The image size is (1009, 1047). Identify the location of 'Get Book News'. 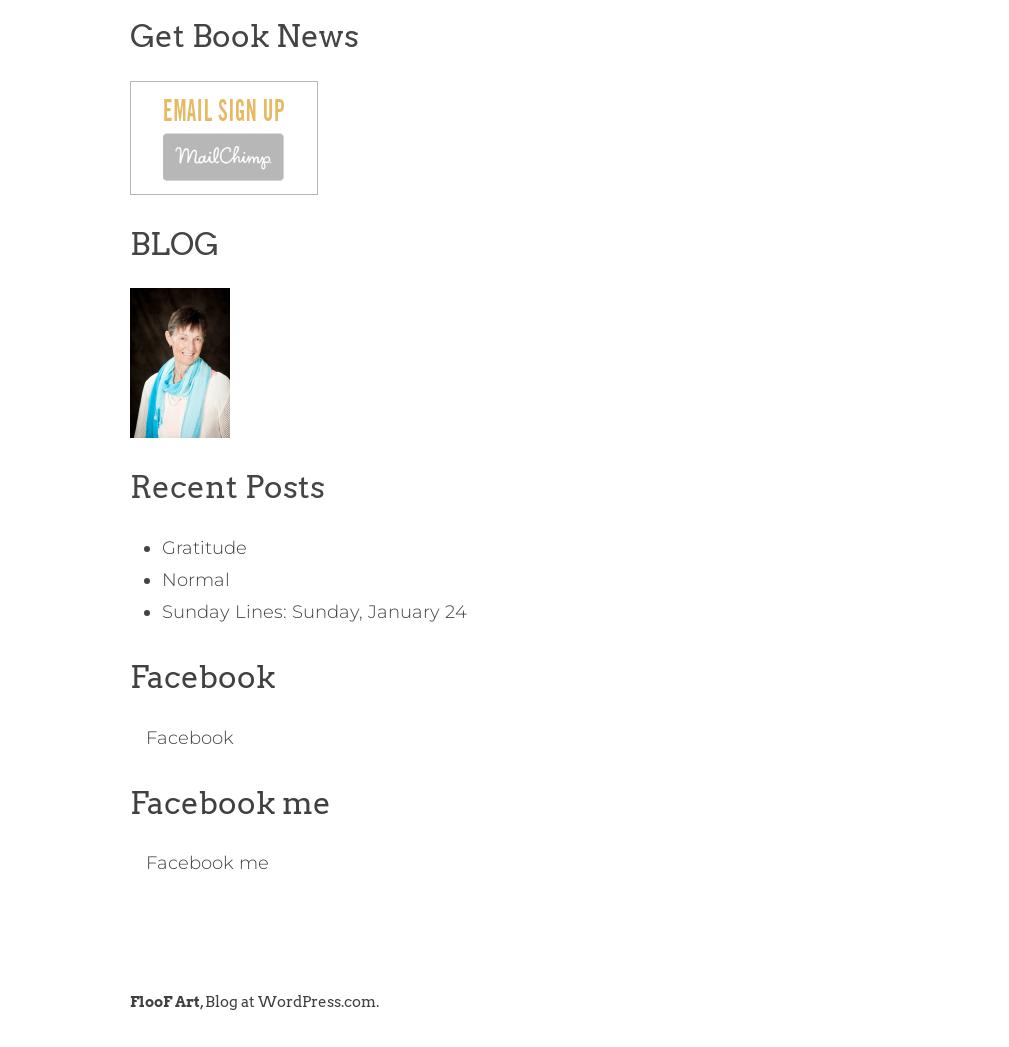
(127, 35).